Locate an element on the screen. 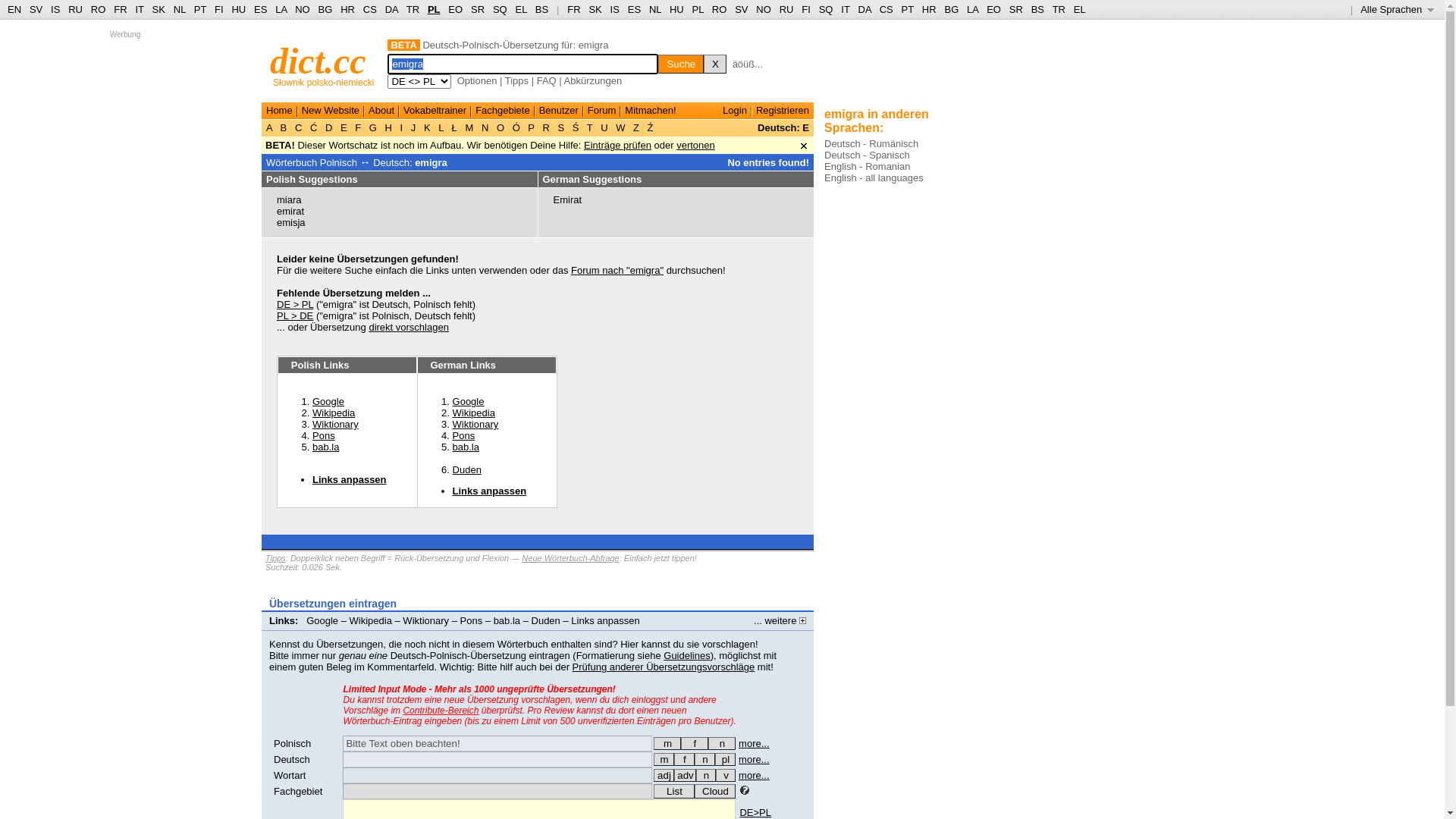 The image size is (1456, 819). 'f' is located at coordinates (683, 759).